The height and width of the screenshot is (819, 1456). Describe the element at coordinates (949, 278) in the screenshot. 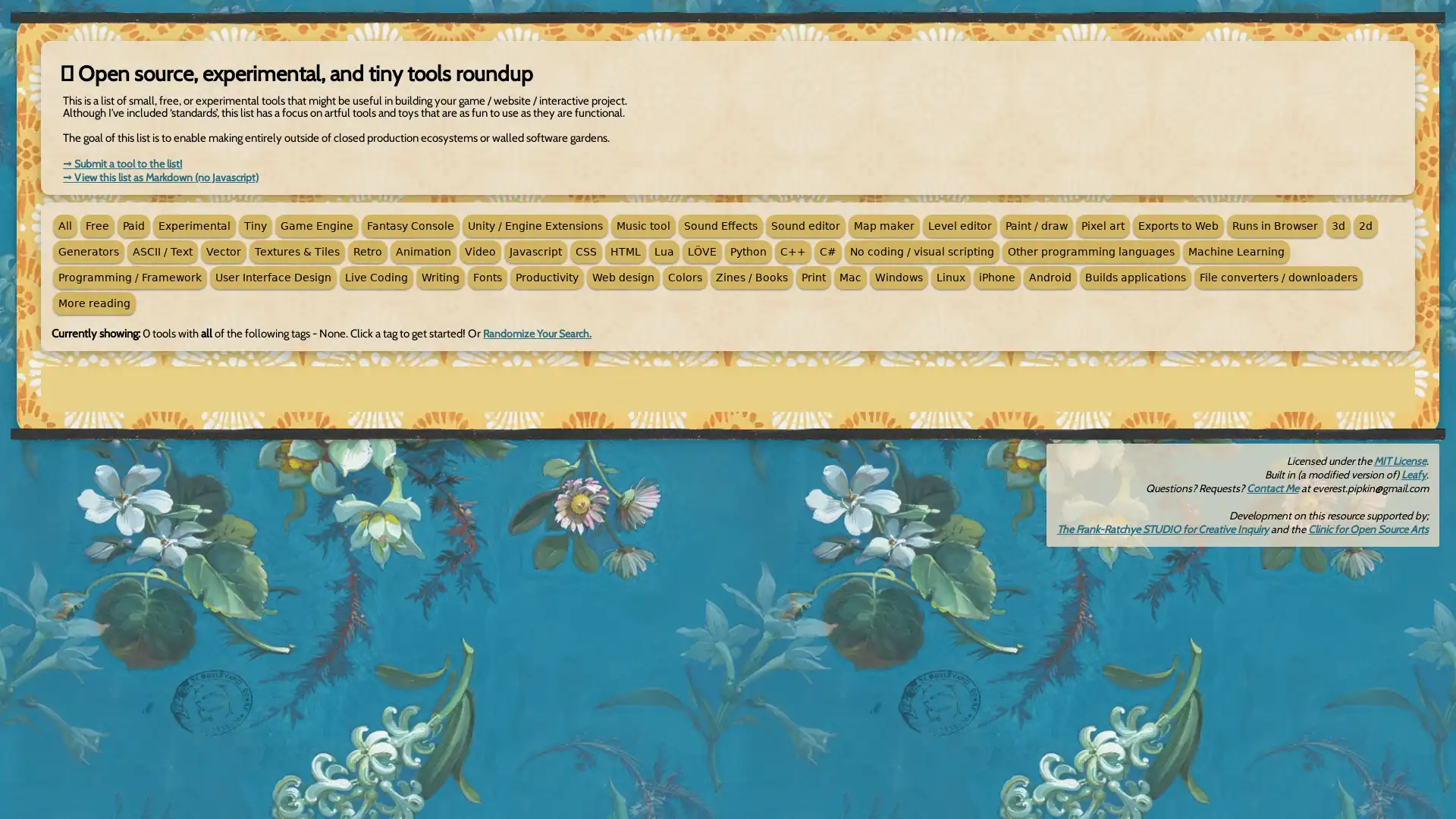

I see `Linux` at that location.